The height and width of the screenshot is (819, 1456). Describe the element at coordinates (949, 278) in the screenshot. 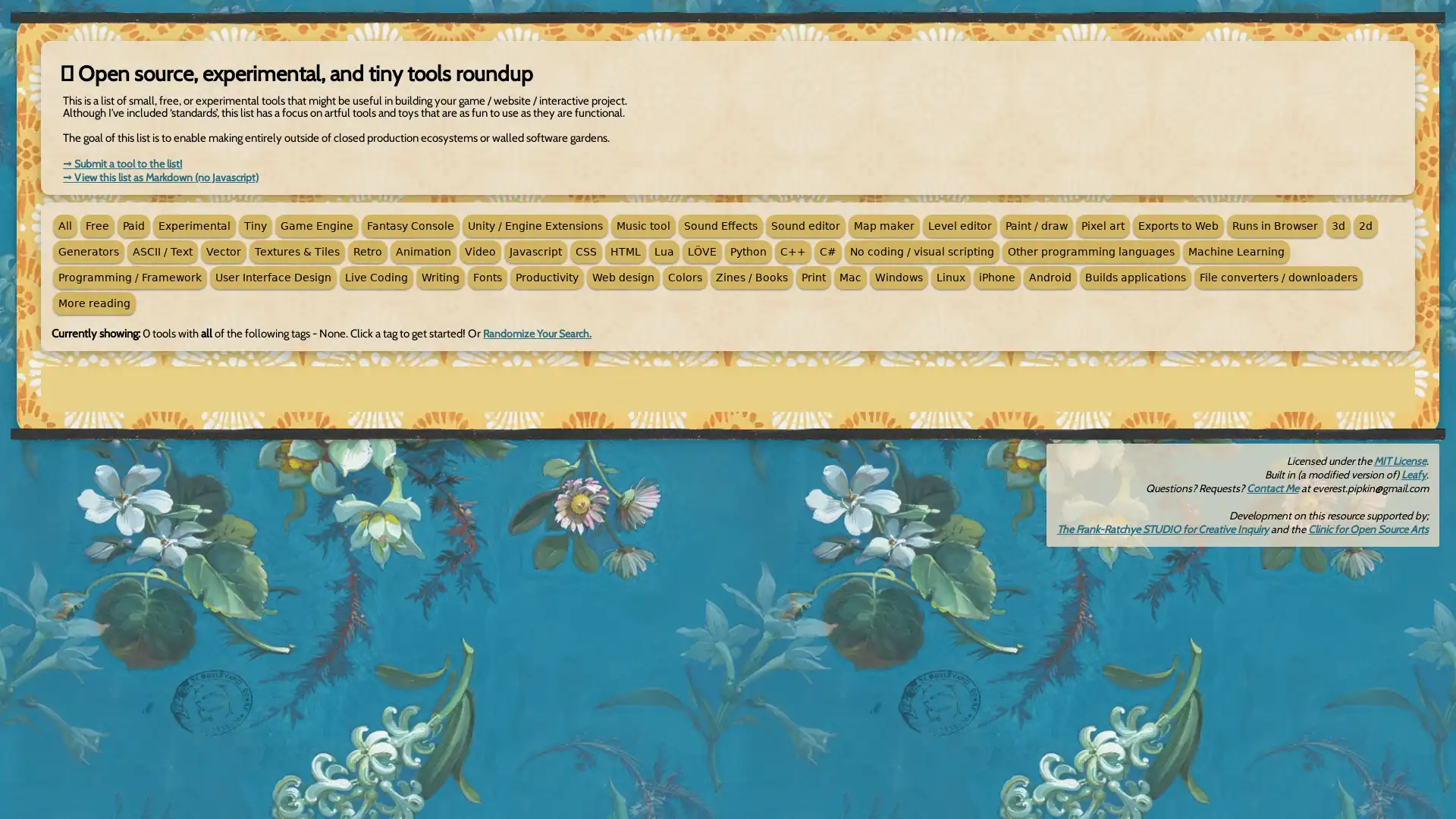

I see `Linux` at that location.